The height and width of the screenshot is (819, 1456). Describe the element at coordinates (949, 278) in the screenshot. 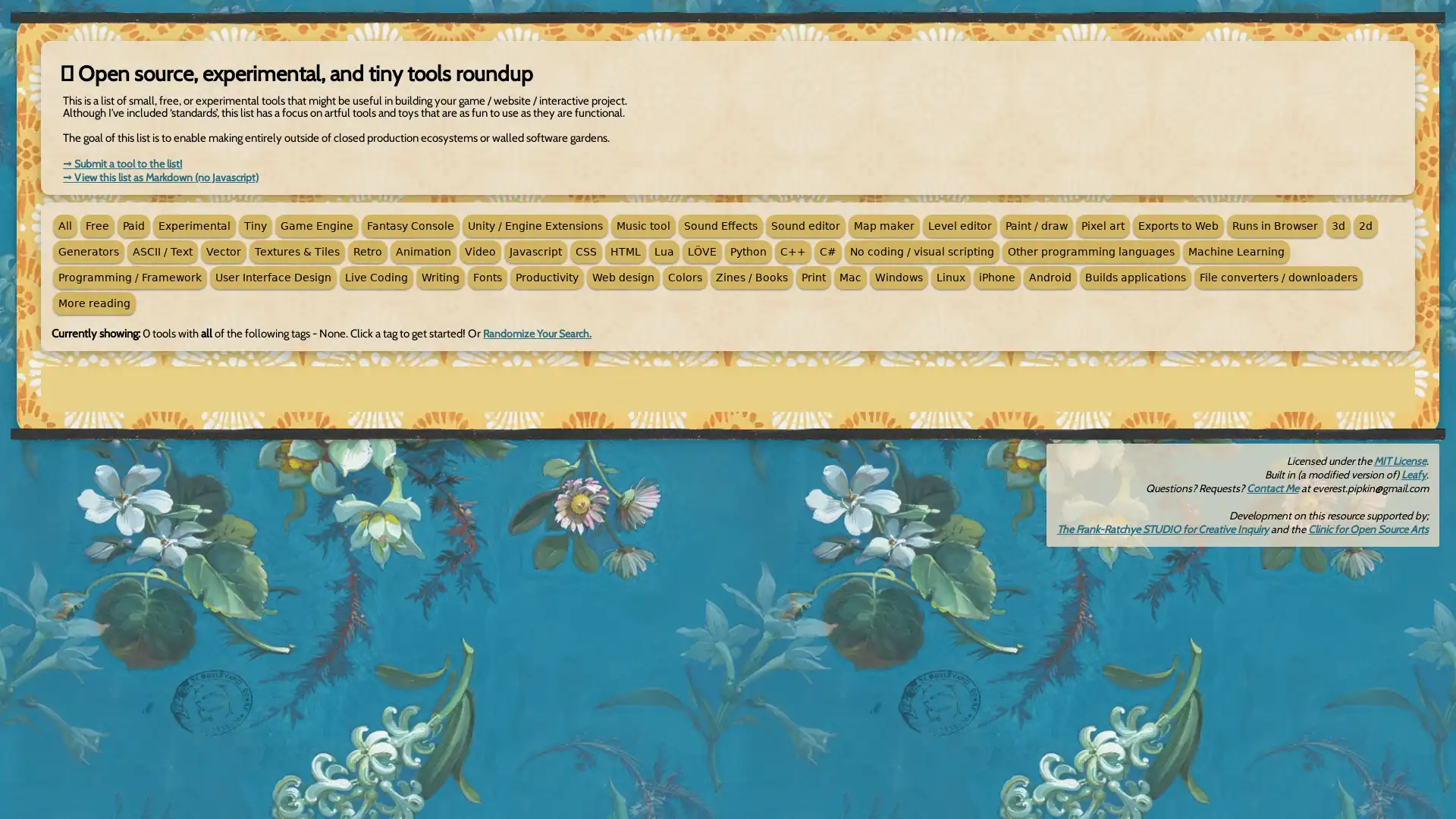

I see `Linux` at that location.